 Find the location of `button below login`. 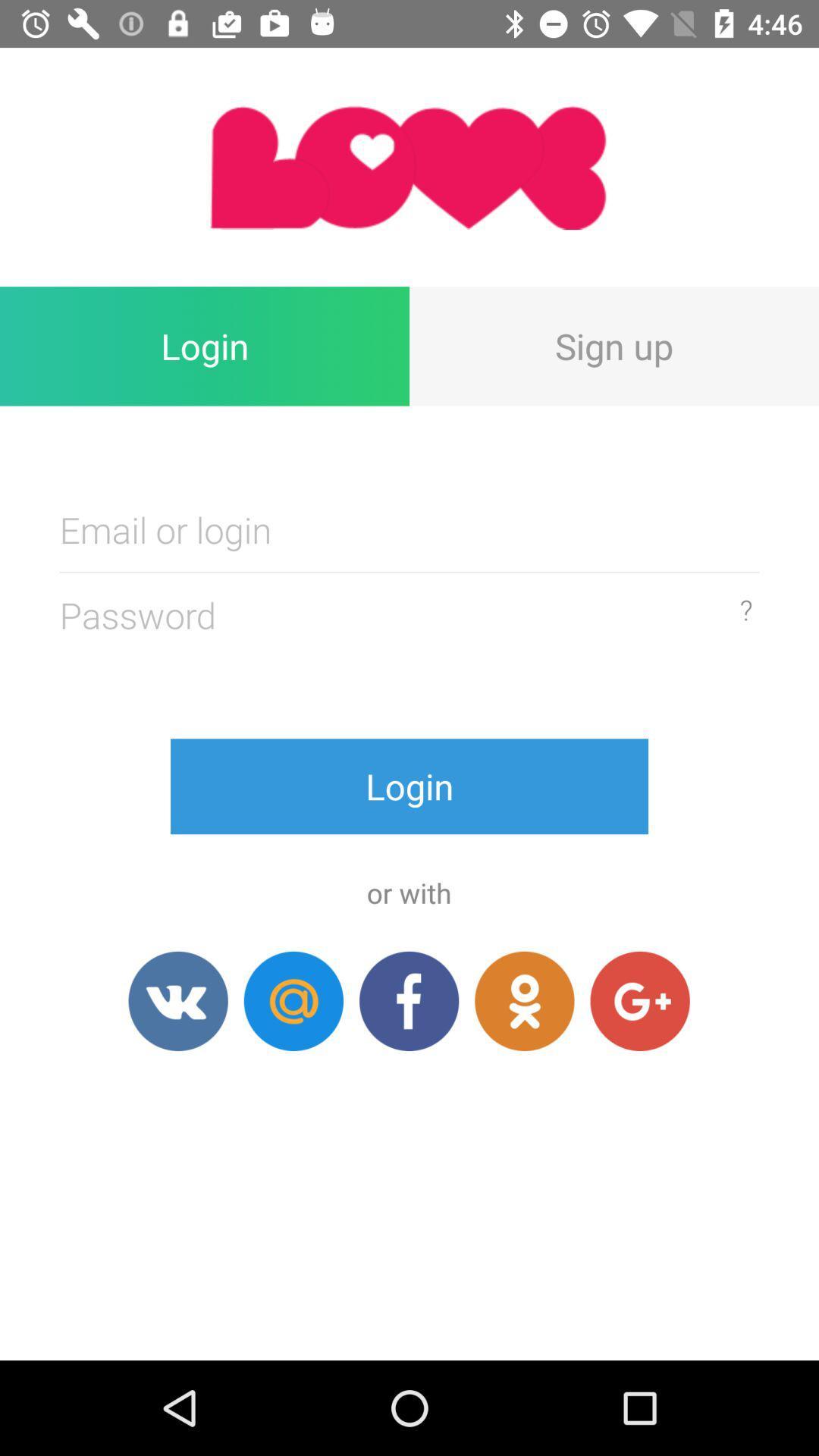

button below login is located at coordinates (523, 1001).